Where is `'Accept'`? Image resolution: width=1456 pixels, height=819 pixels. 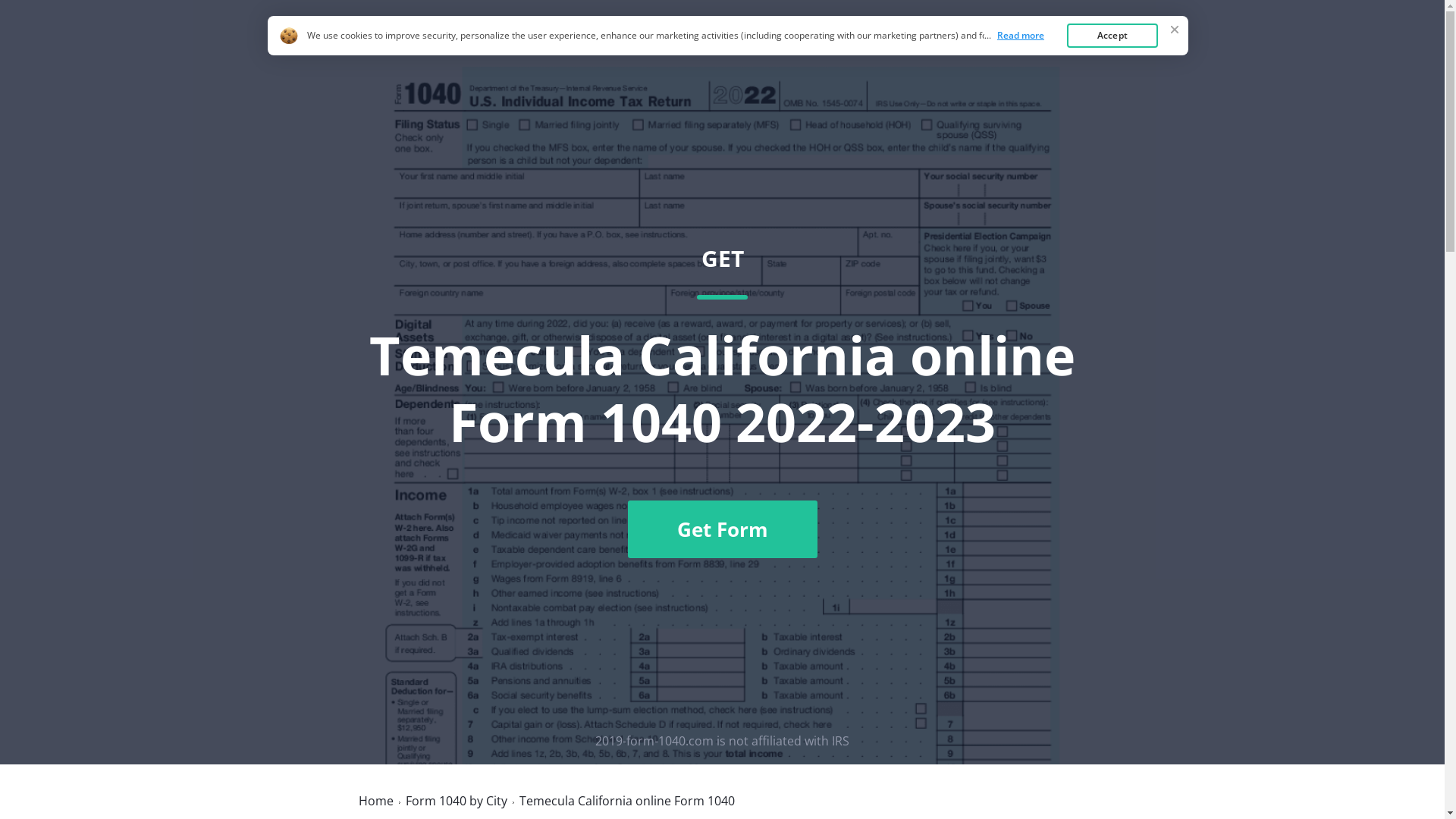
'Accept' is located at coordinates (1112, 34).